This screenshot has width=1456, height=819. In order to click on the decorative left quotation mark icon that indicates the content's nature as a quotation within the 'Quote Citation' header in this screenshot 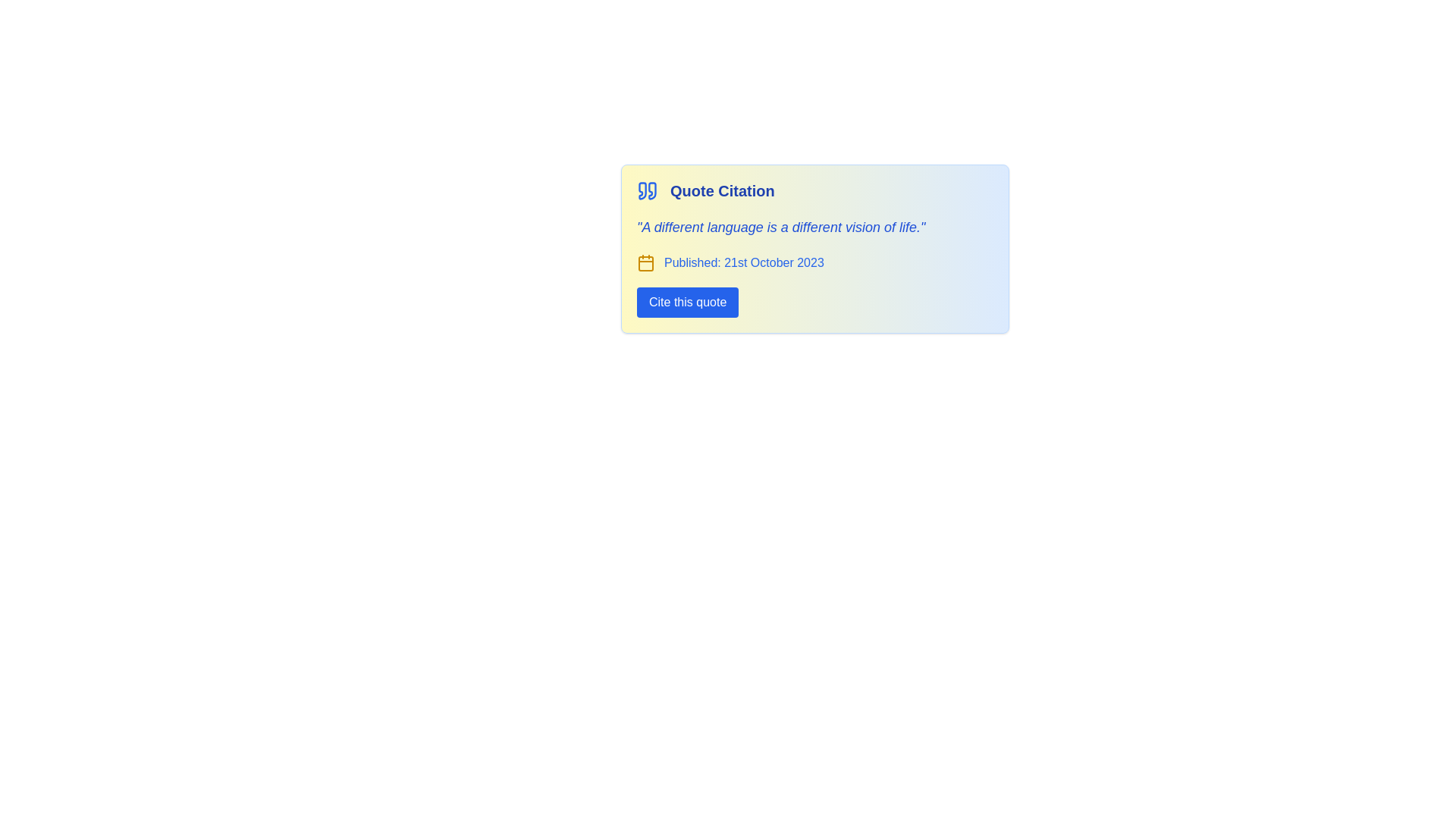, I will do `click(642, 190)`.